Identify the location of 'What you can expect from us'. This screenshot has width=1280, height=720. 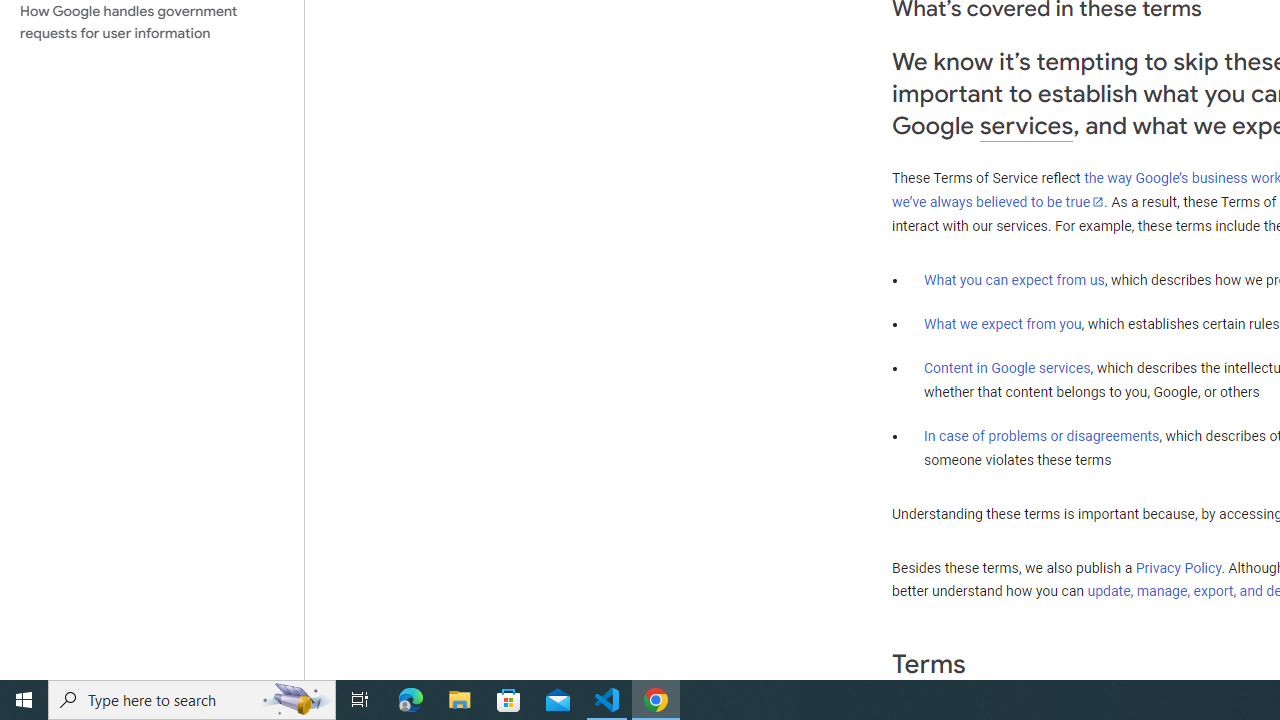
(1014, 279).